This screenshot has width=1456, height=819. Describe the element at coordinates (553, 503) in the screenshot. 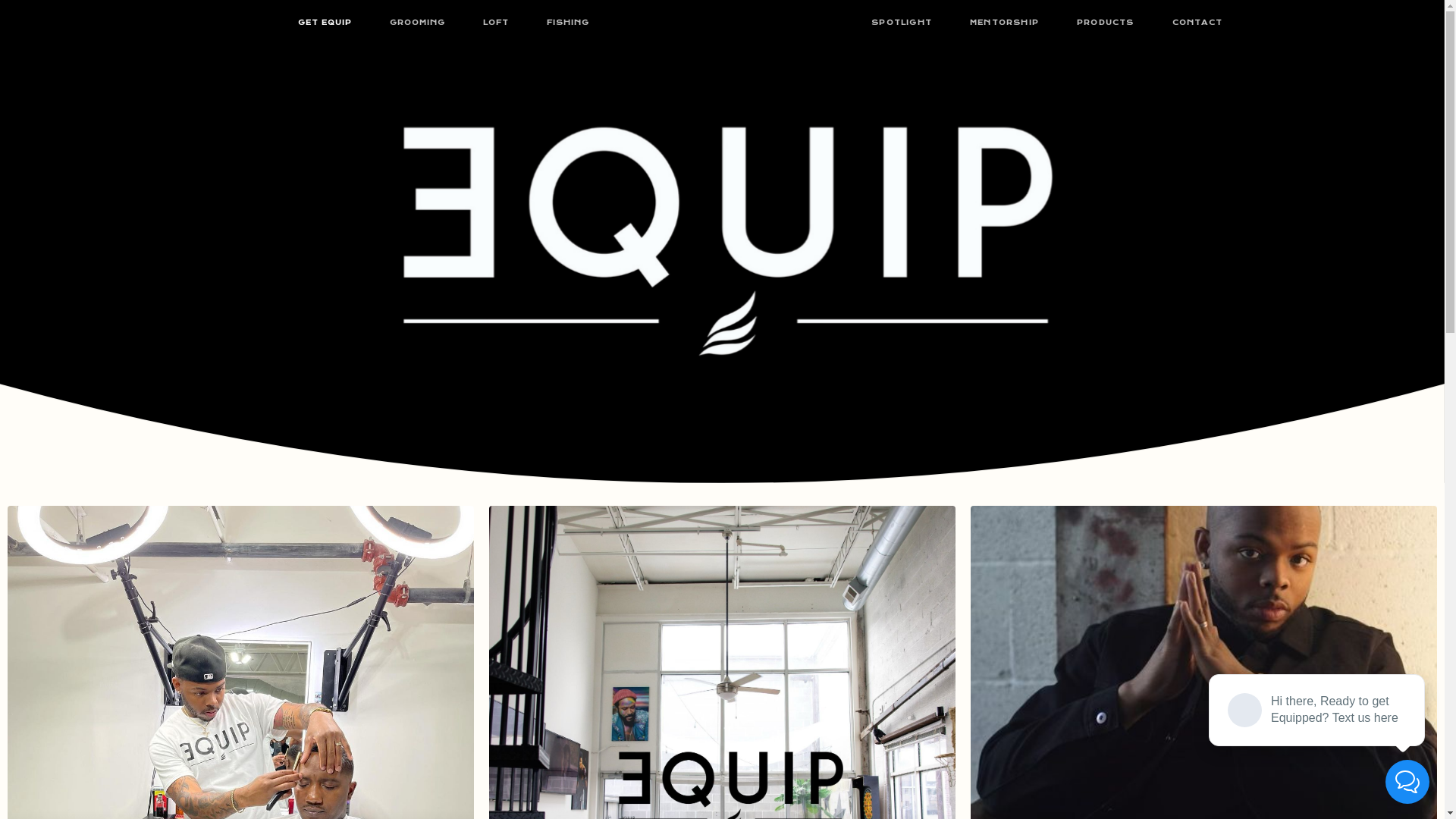

I see `'Grooming'` at that location.